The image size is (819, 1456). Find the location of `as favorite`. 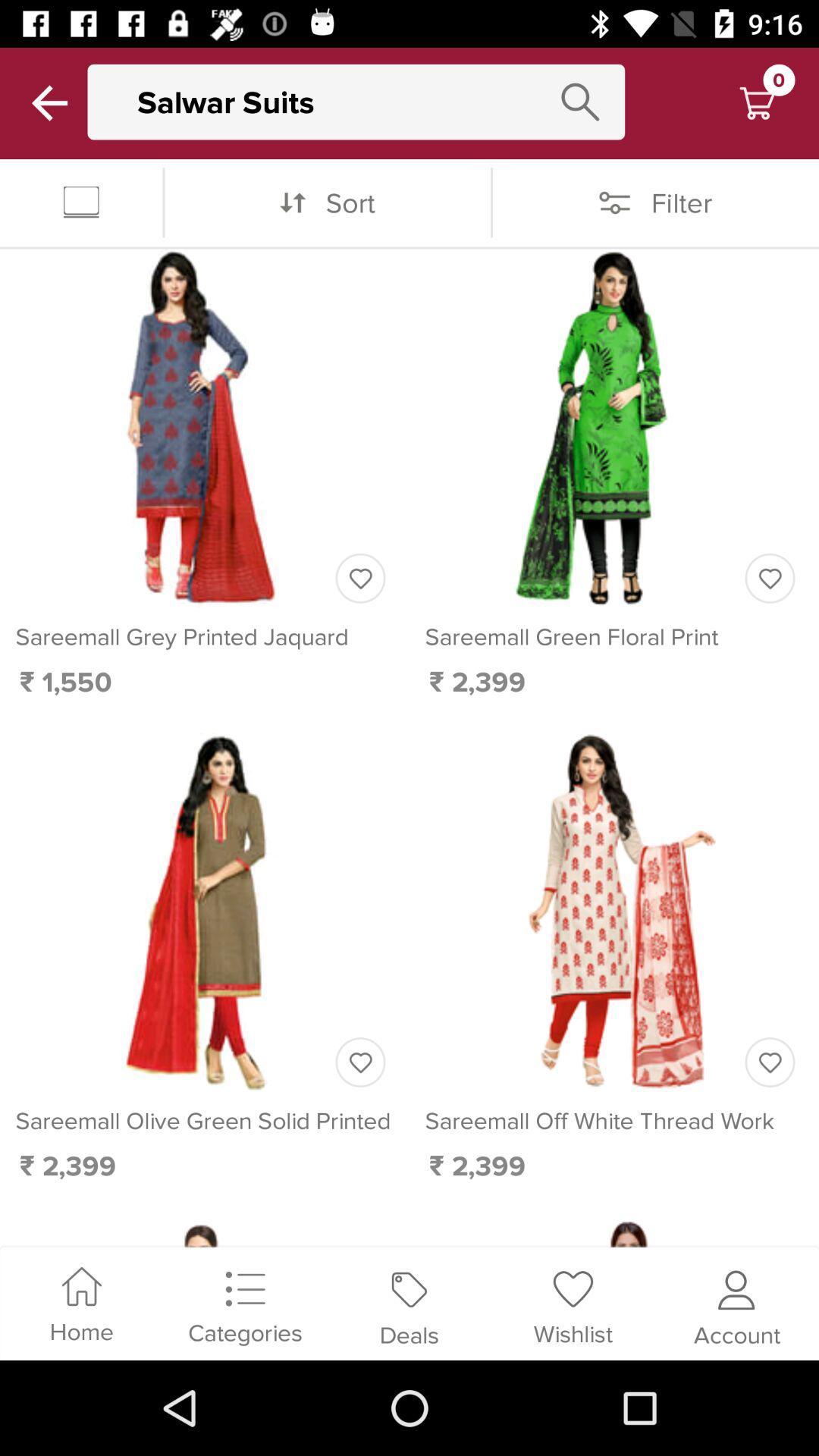

as favorite is located at coordinates (360, 1062).